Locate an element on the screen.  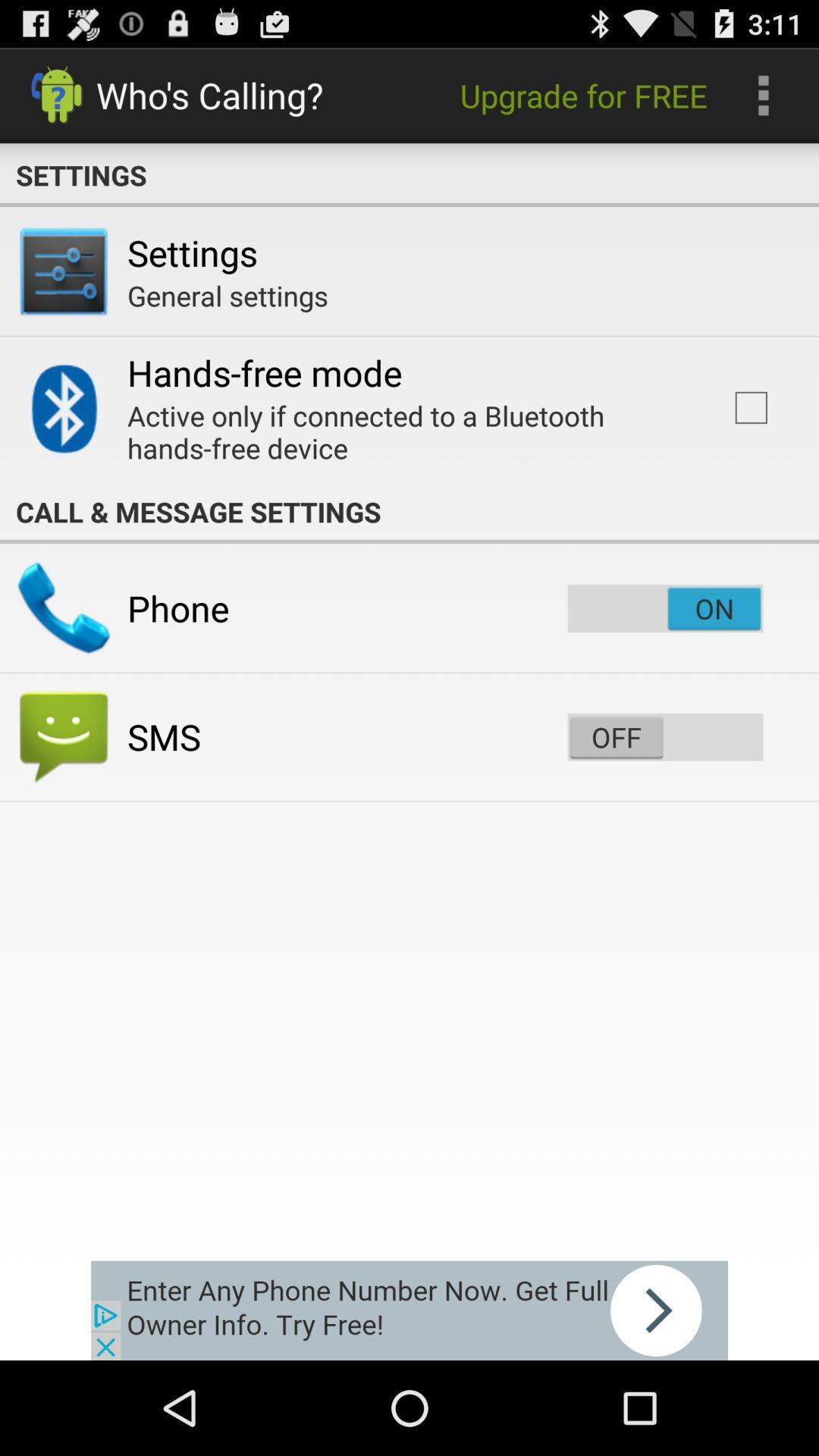
off is located at coordinates (664, 736).